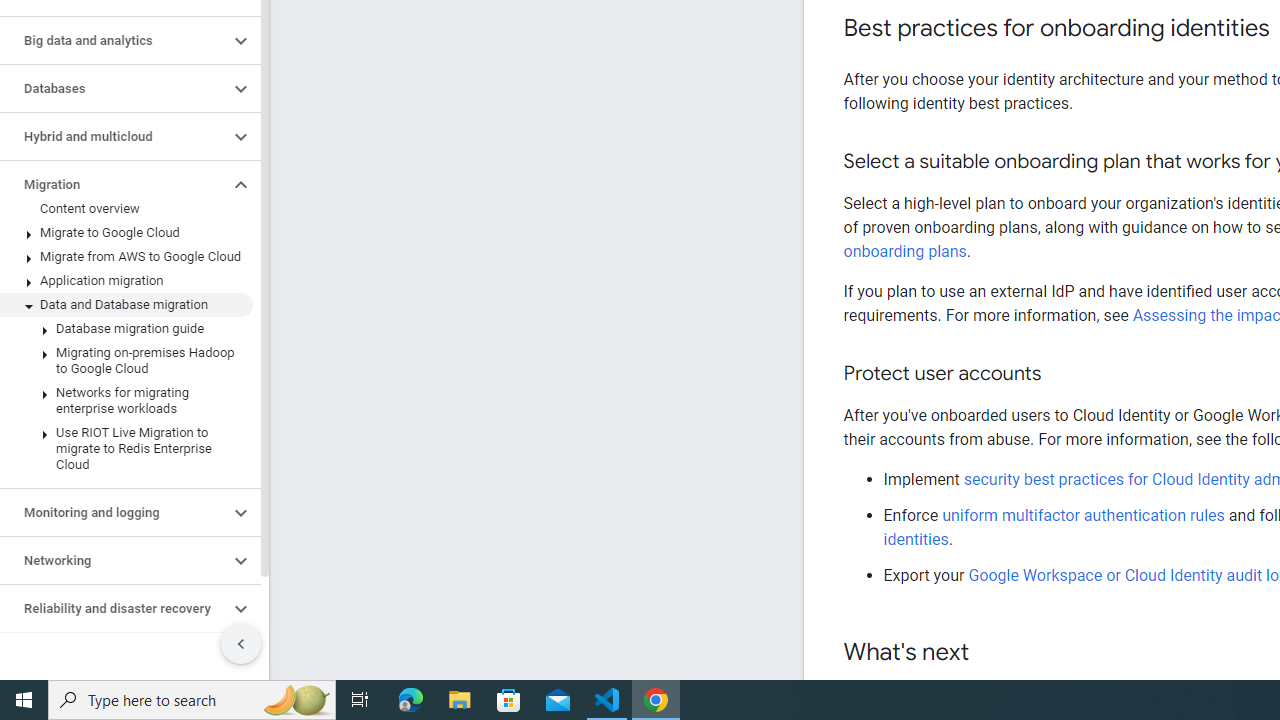 Image resolution: width=1280 pixels, height=720 pixels. I want to click on 'Security and IAM', so click(113, 657).